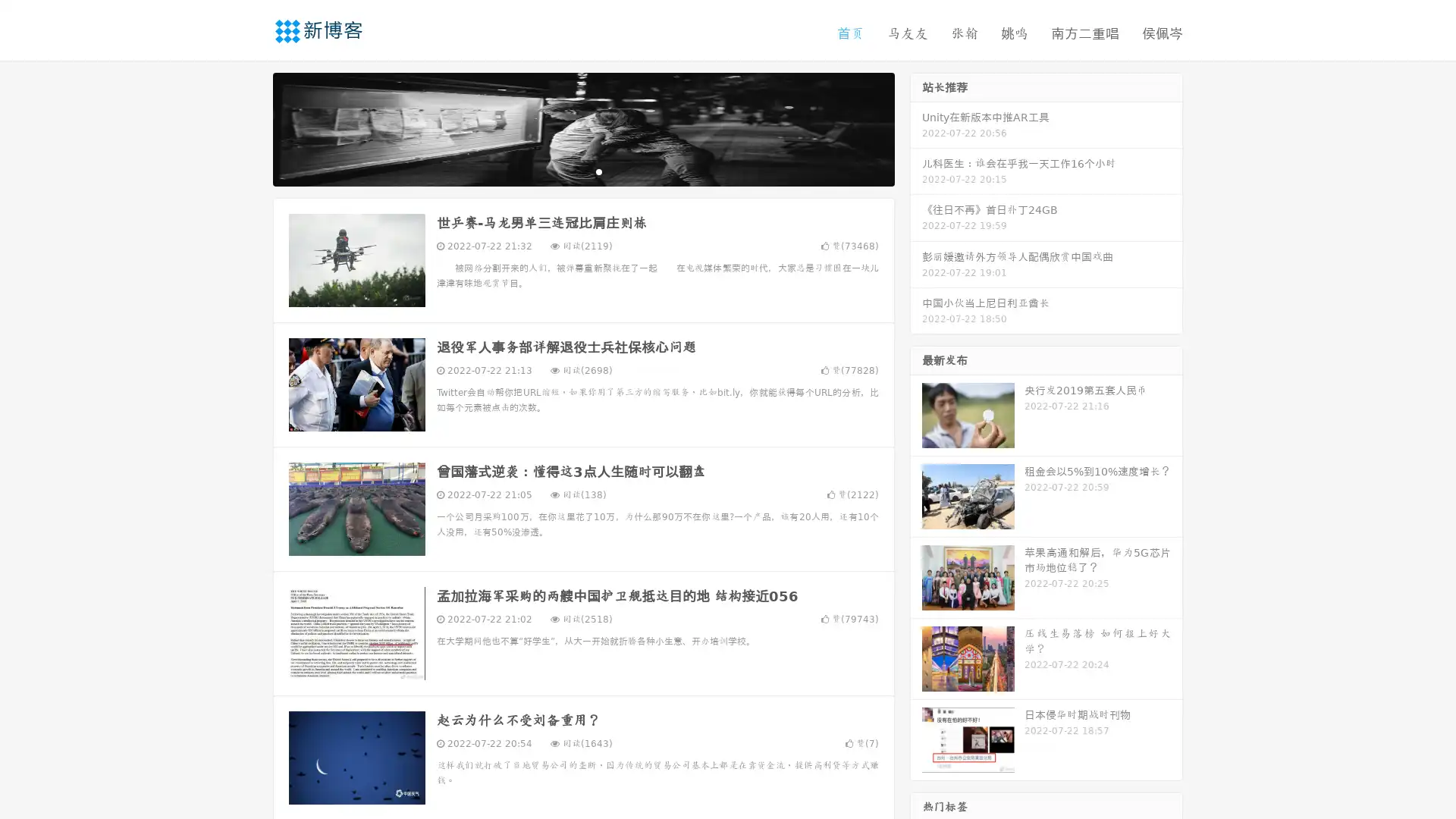 The image size is (1456, 819). What do you see at coordinates (582, 171) in the screenshot?
I see `Go to slide 2` at bounding box center [582, 171].